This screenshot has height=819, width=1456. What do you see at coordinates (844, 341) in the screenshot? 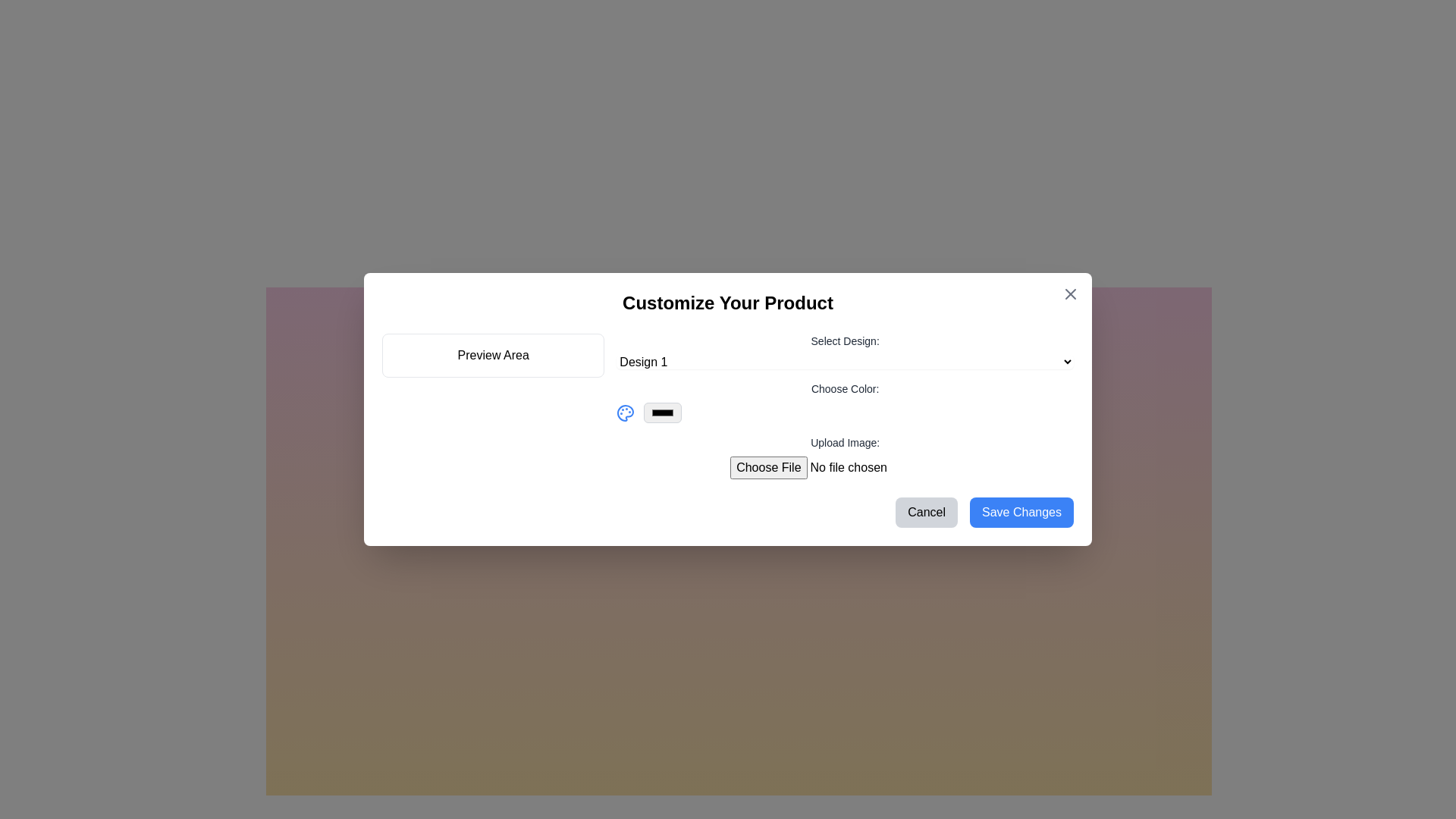
I see `the label indicating the purpose of the dropdown menu located above it in the modal` at bounding box center [844, 341].